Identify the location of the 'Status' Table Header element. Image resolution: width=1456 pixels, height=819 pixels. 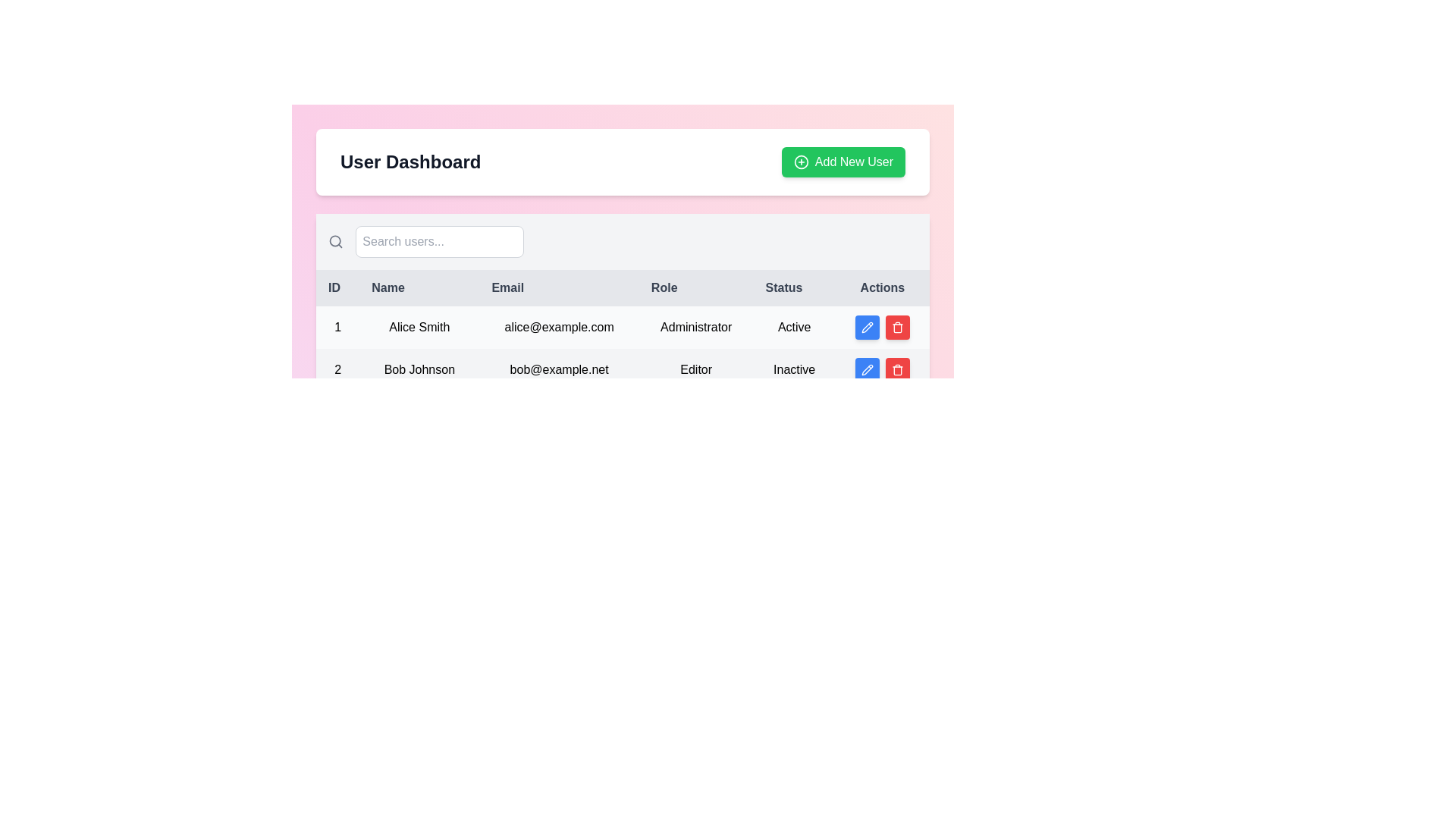
(793, 288).